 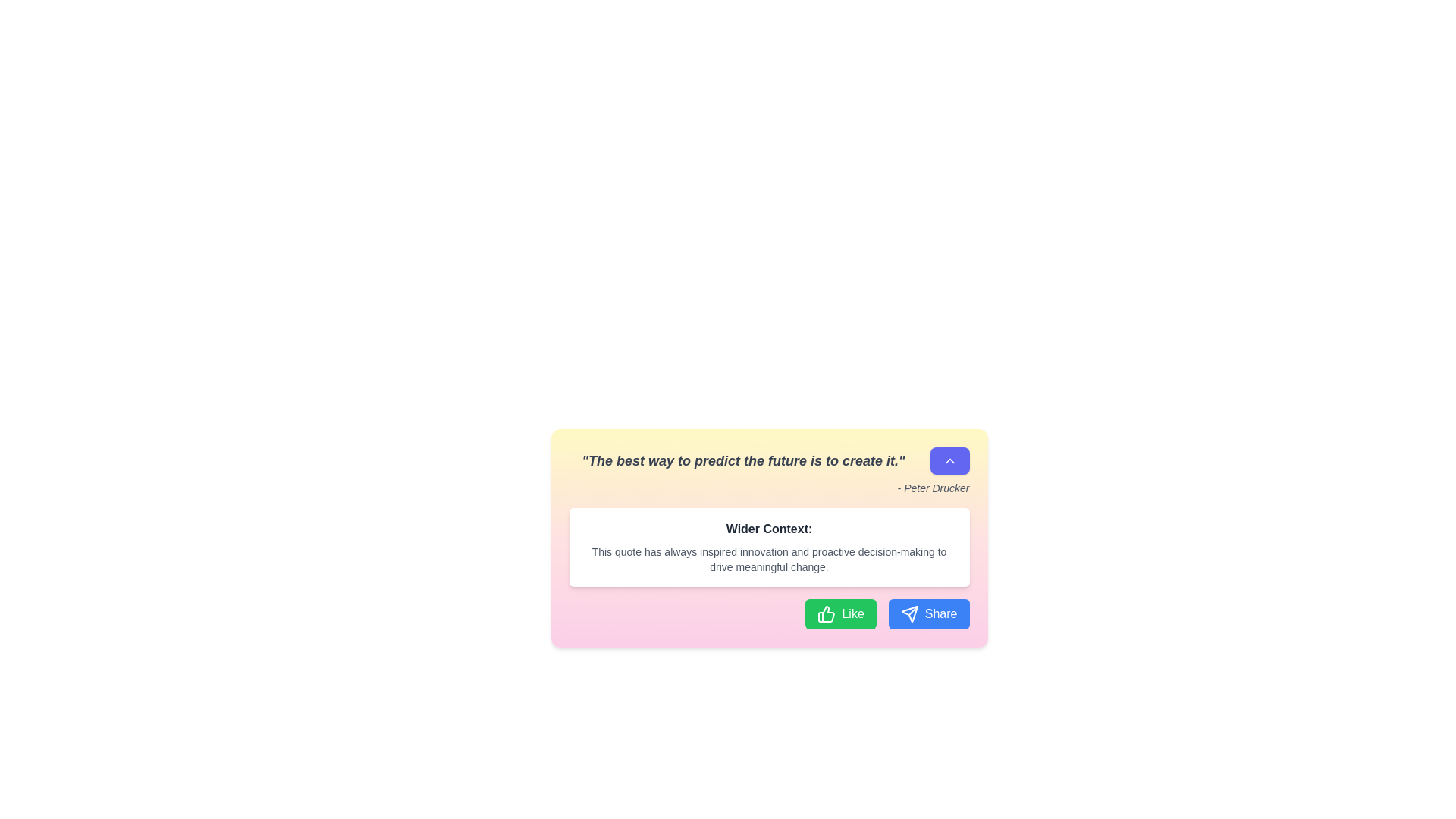 I want to click on the sharing icon located at the bottom right of the visible card, next to the blue 'Share' button with white text, so click(x=909, y=614).